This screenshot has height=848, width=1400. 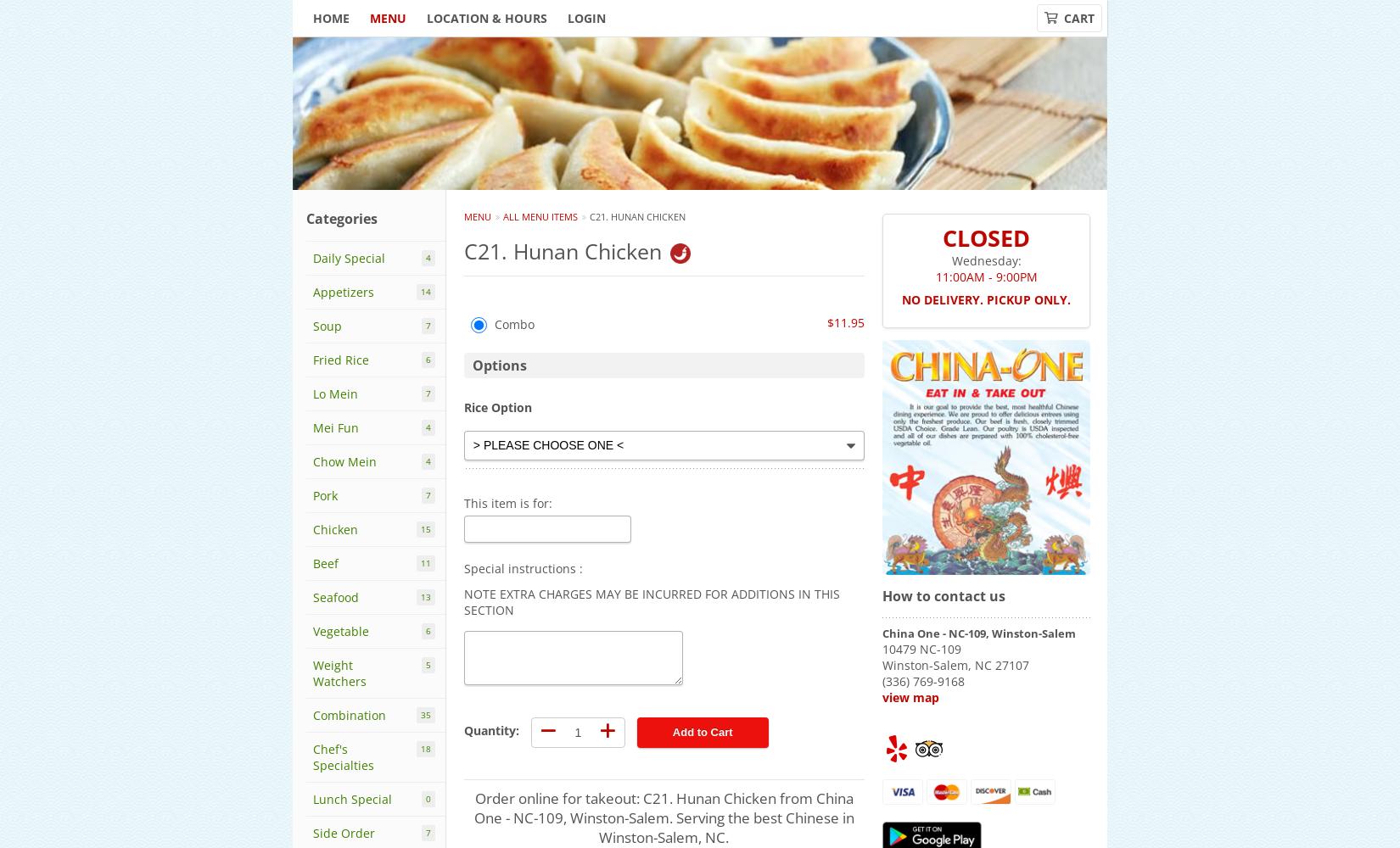 I want to click on 'Chef's Specialties', so click(x=344, y=757).